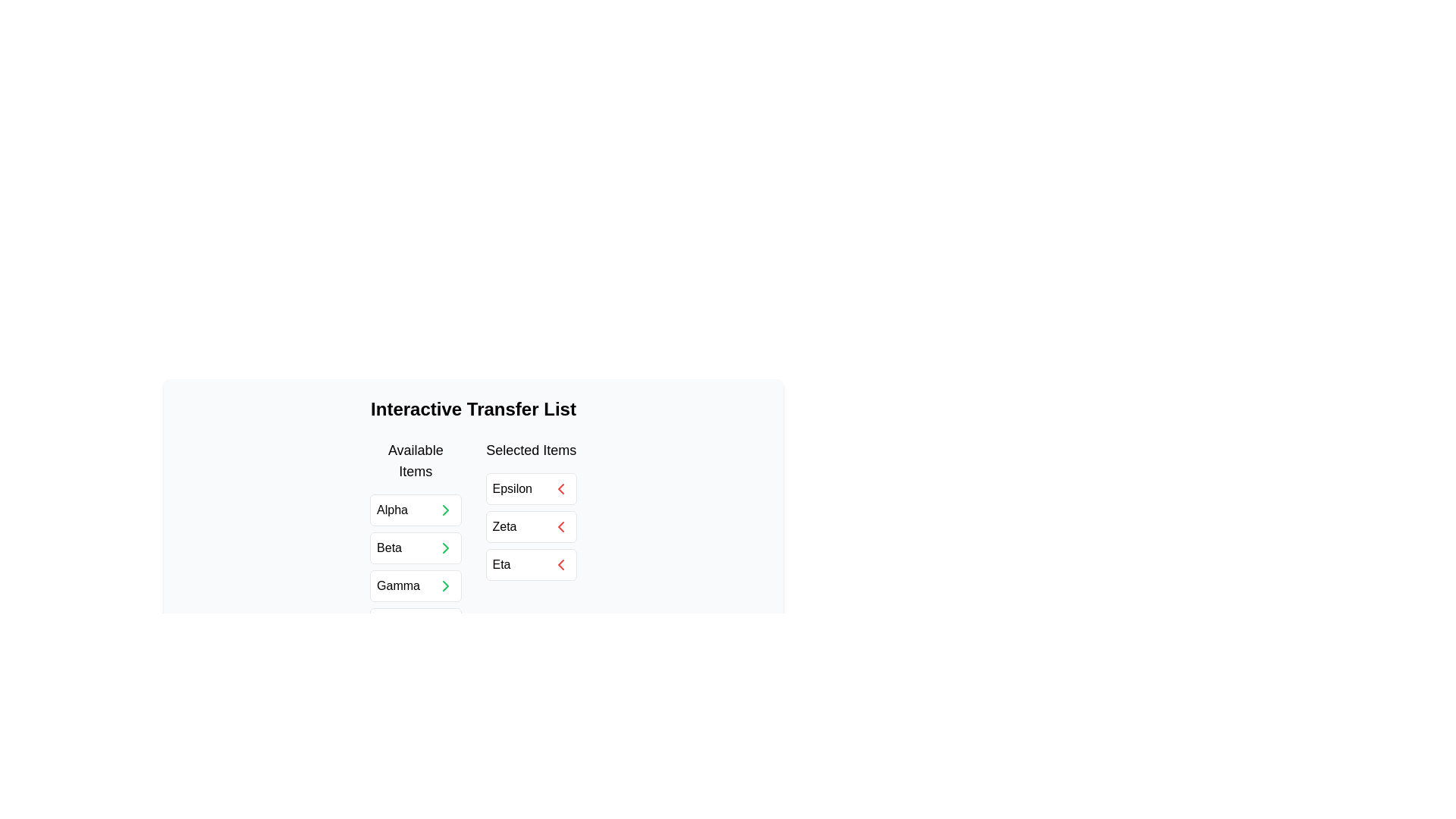  I want to click on red arrow button next to the item Zeta in the Selected Items list, so click(560, 526).